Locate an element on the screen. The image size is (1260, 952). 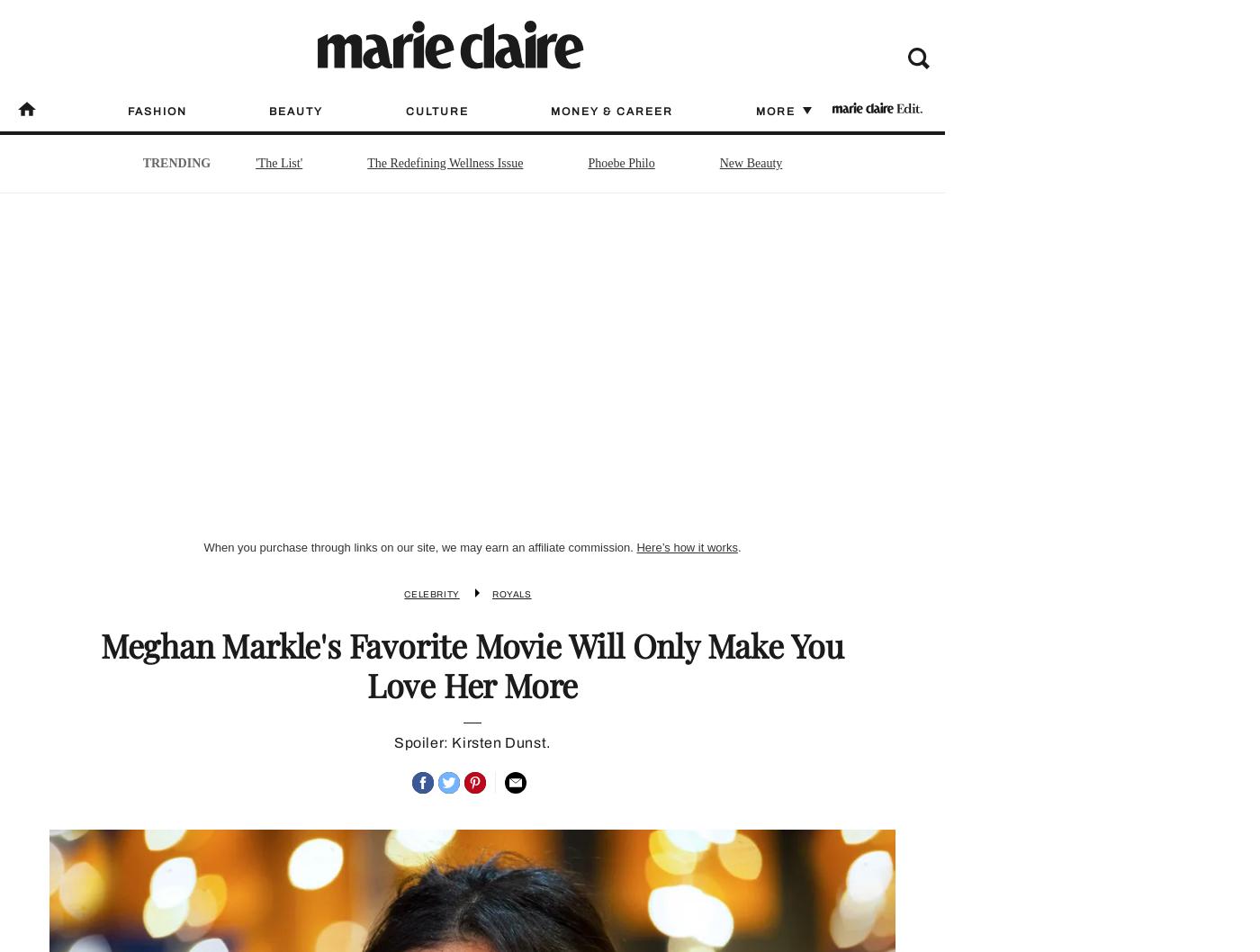
'Here’s how it works' is located at coordinates (687, 547).